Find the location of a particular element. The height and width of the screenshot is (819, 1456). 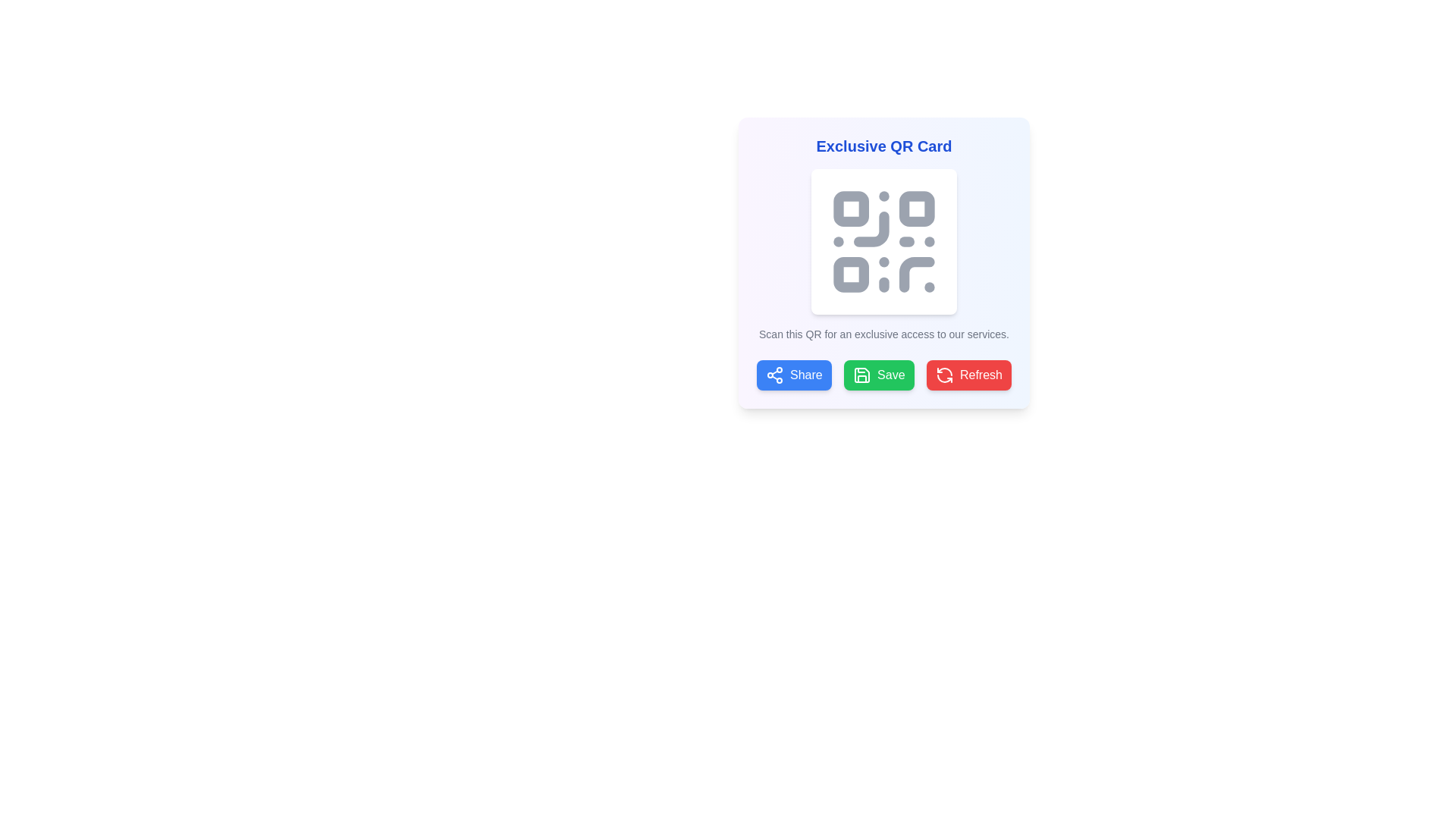

the Icon component located in the bottom-right quadrant of the QR code graphic, which contributes to its visual representation is located at coordinates (916, 275).